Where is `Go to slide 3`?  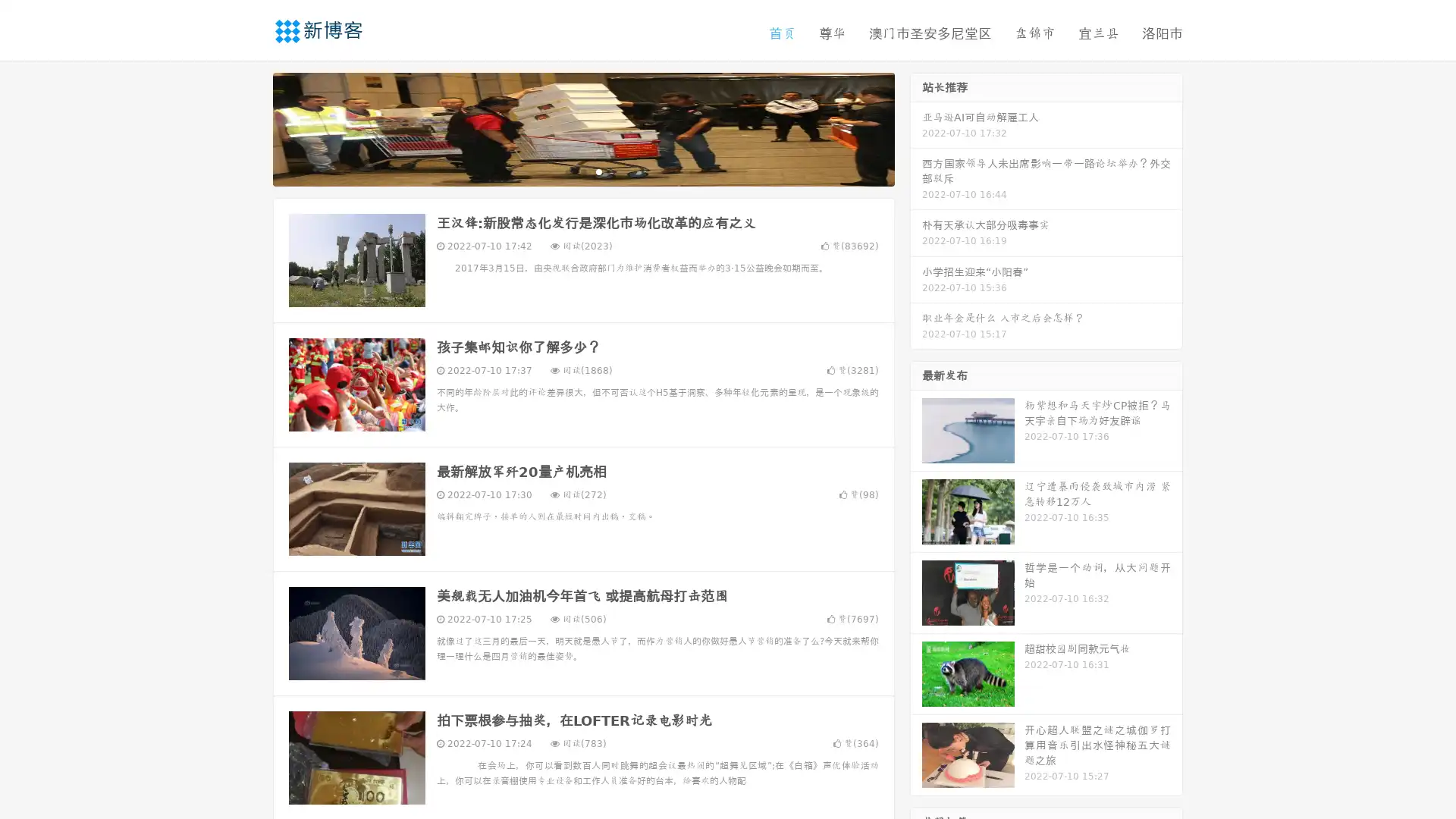 Go to slide 3 is located at coordinates (598, 171).